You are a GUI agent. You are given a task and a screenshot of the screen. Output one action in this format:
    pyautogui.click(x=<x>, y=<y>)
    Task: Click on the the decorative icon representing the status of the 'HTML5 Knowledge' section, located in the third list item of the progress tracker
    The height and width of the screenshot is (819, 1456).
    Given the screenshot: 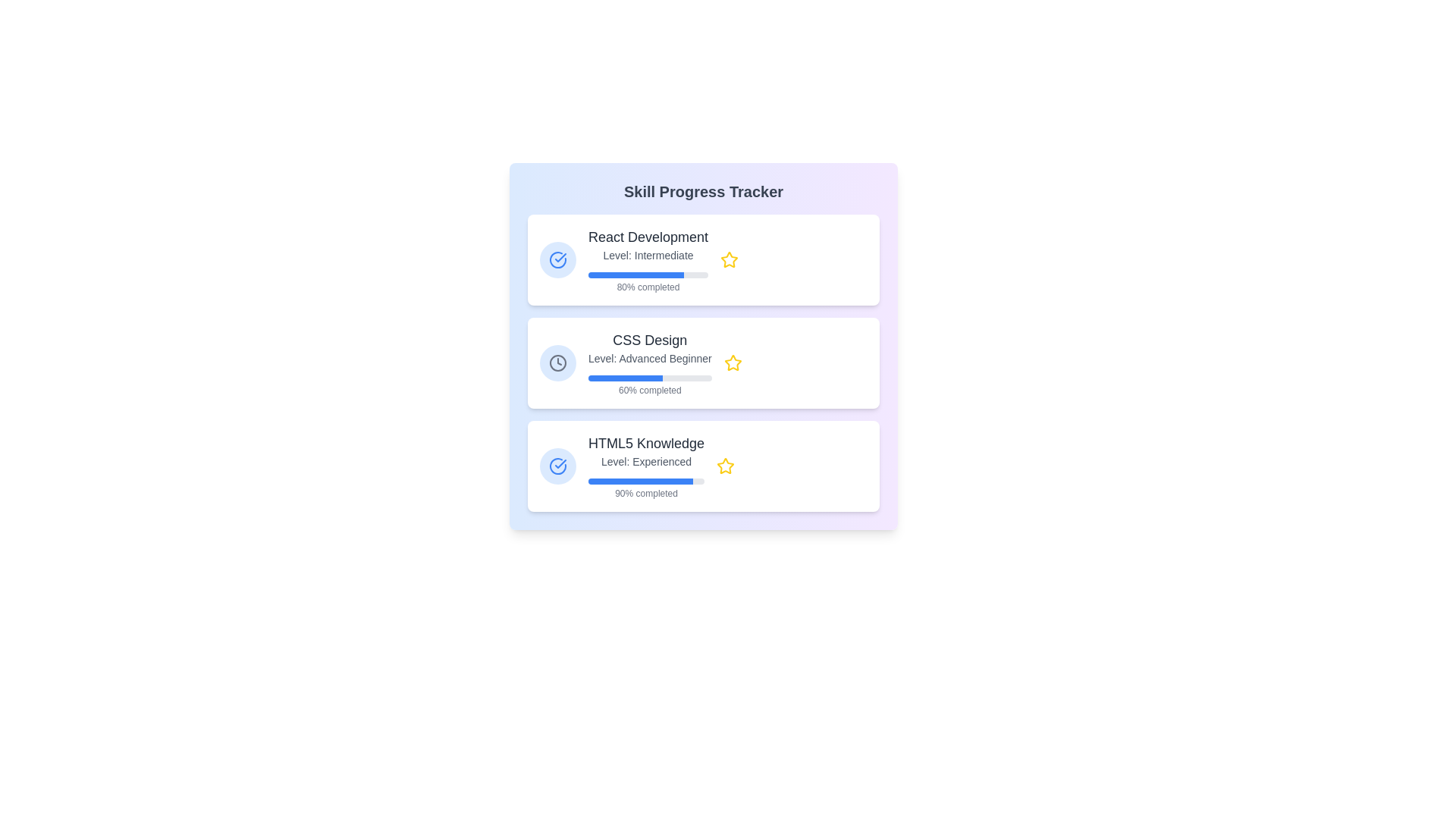 What is the action you would take?
    pyautogui.click(x=557, y=465)
    